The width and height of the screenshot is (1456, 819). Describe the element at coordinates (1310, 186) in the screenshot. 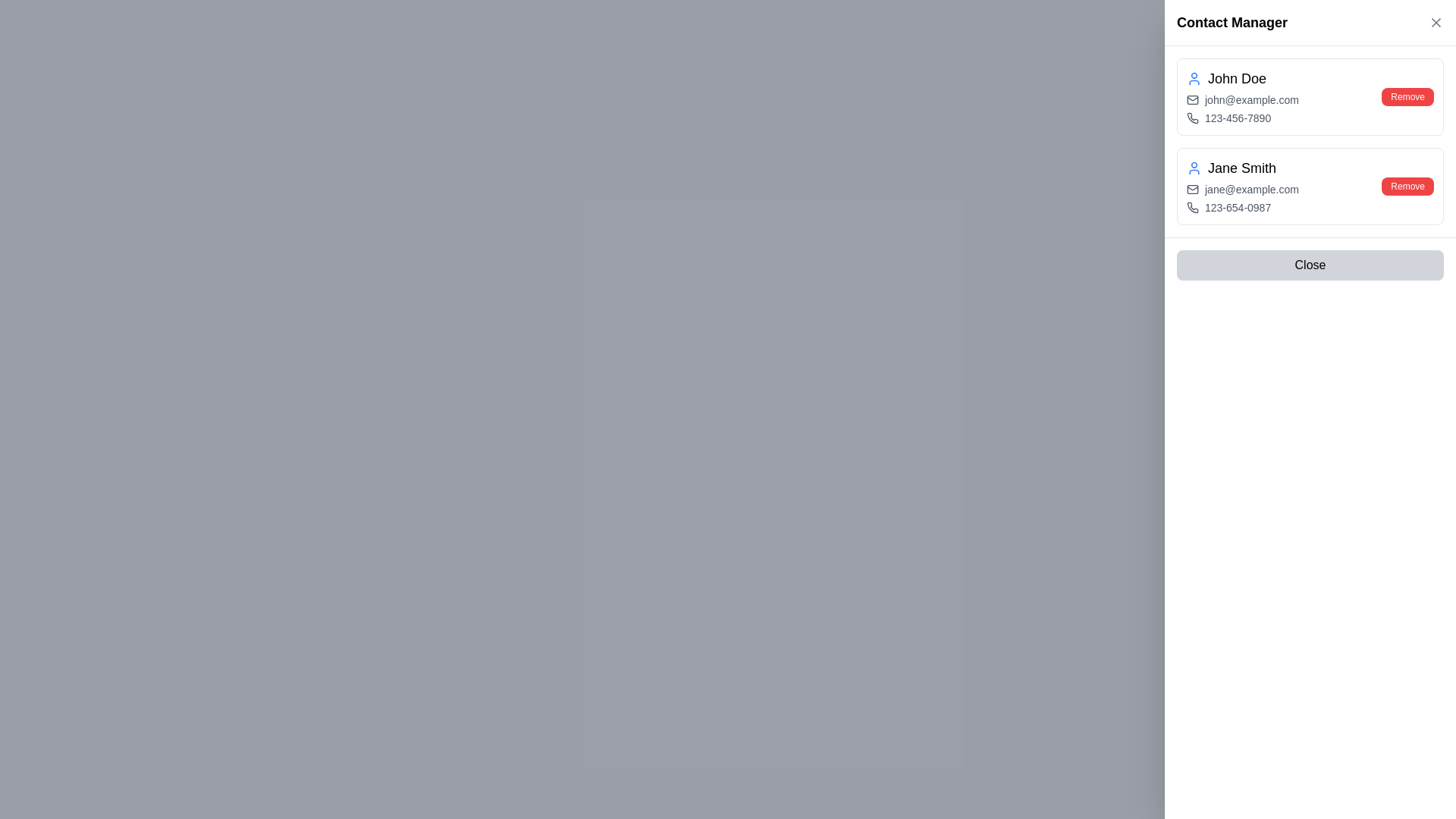

I see `the second contact card containing a person's name, email, phone number, and a red 'Remove' button, located in the contact manager interface` at that location.